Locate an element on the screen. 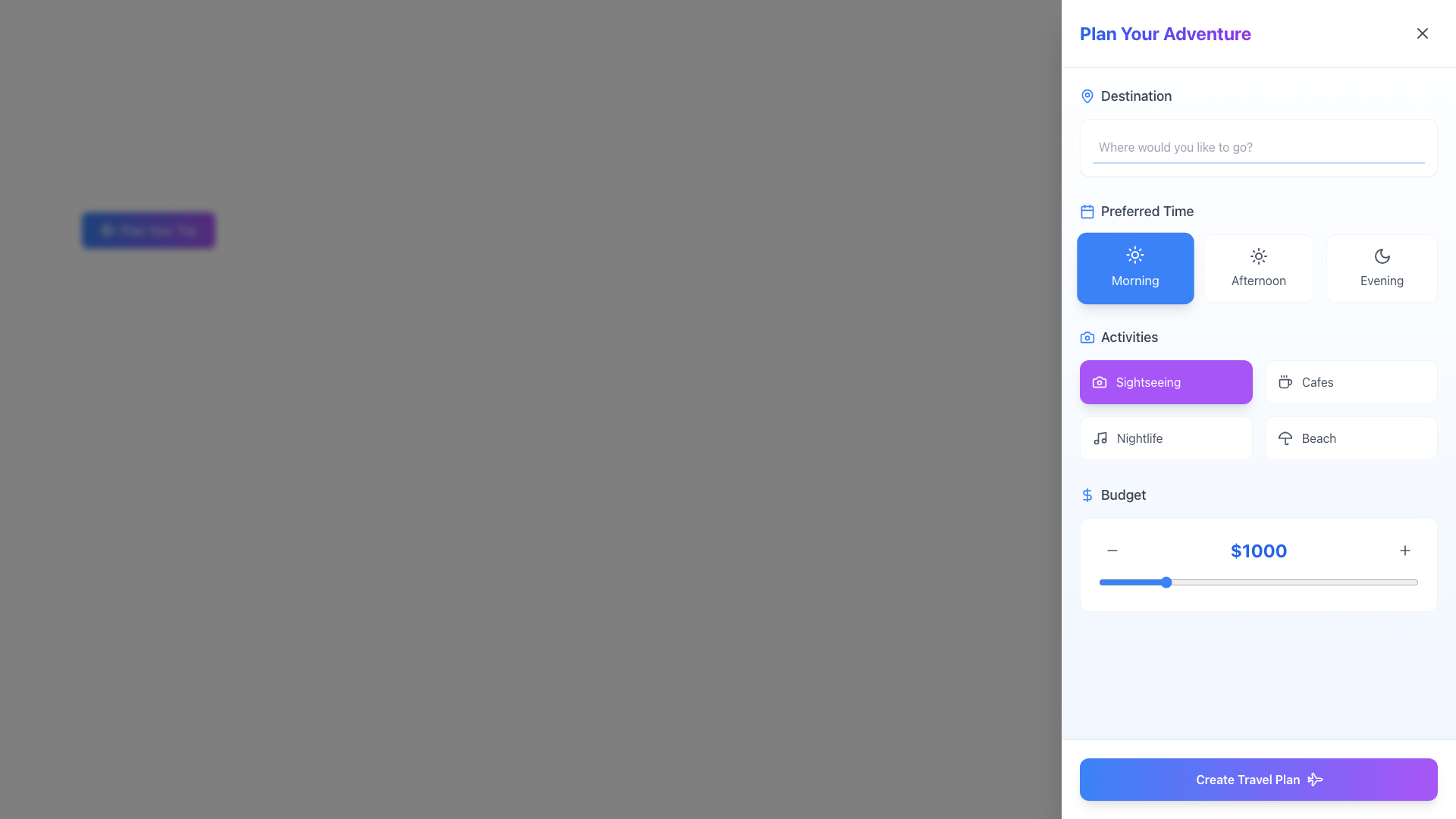  the blue map pin icon located near the top of the right-side panel under the 'Plan Your Adventure' header, beside the 'Destination' label is located at coordinates (1087, 96).